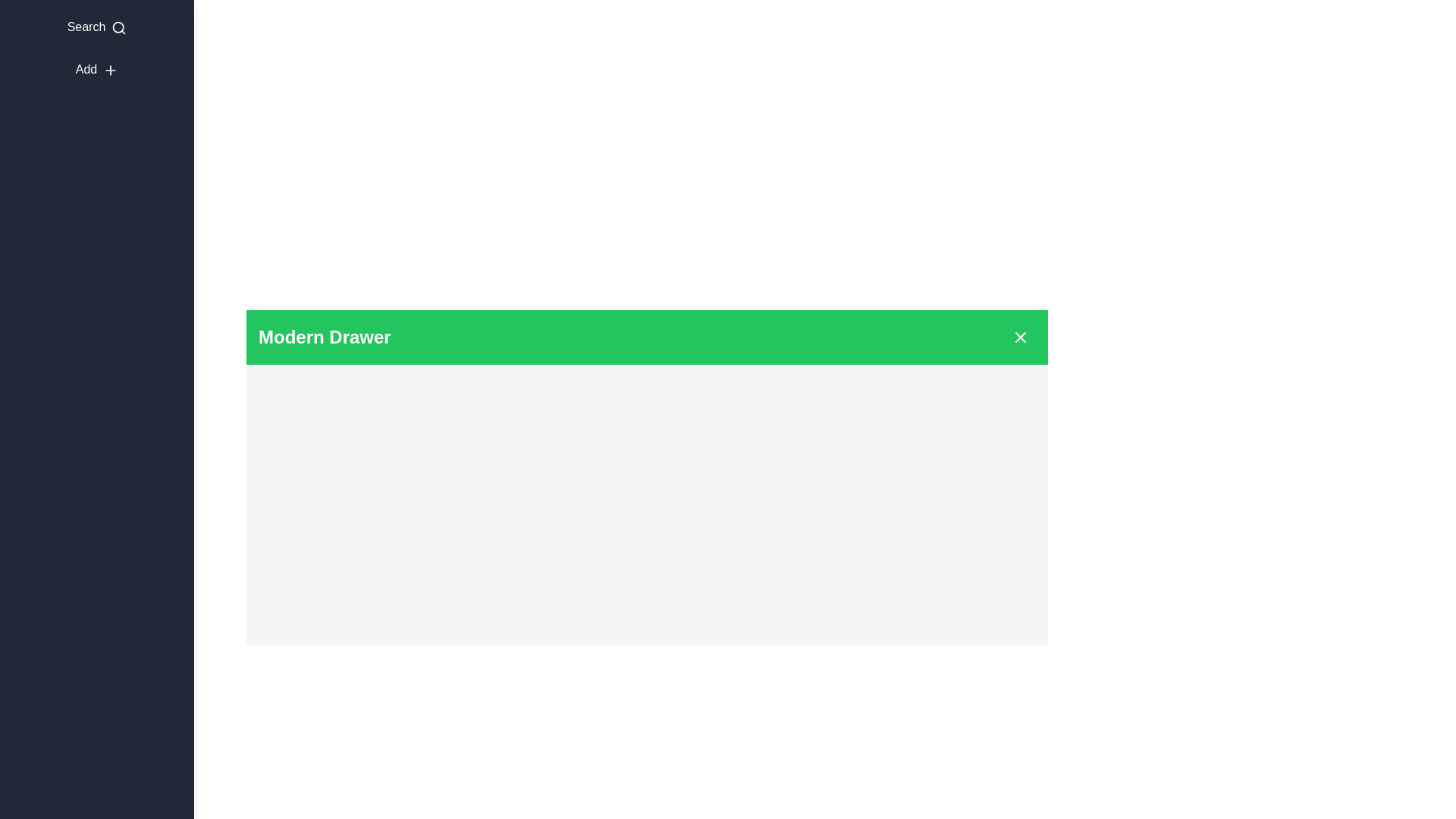 Image resolution: width=1456 pixels, height=819 pixels. What do you see at coordinates (86, 27) in the screenshot?
I see `the 'Search' text label located in the top-left corner of the interface, which is part of a vertical navigation bar and positioned to the left of a magnifying glass icon` at bounding box center [86, 27].